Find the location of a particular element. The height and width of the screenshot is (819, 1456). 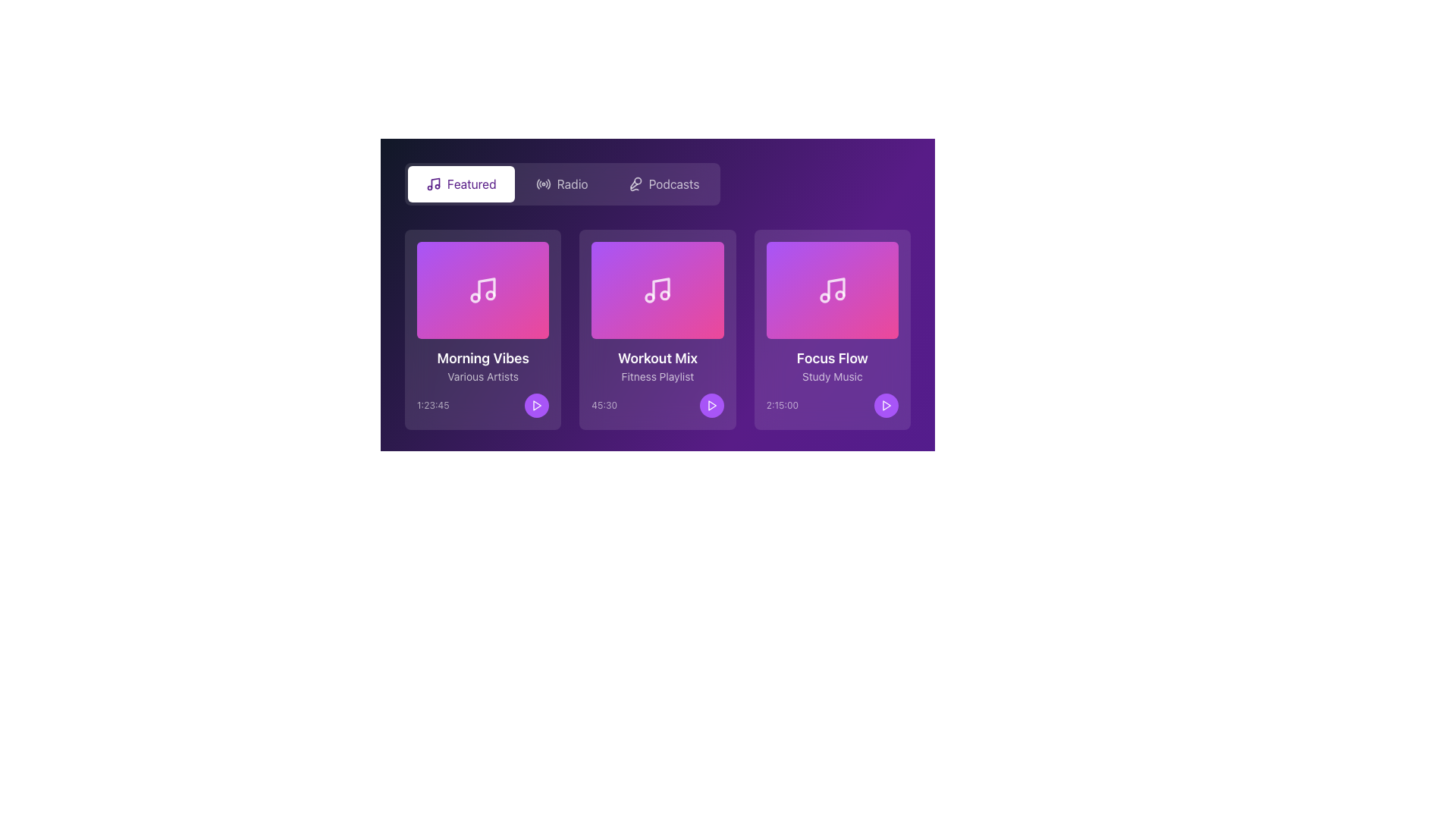

the 'Radio' text link or interactive button in the horizontal navigation bar is located at coordinates (572, 184).